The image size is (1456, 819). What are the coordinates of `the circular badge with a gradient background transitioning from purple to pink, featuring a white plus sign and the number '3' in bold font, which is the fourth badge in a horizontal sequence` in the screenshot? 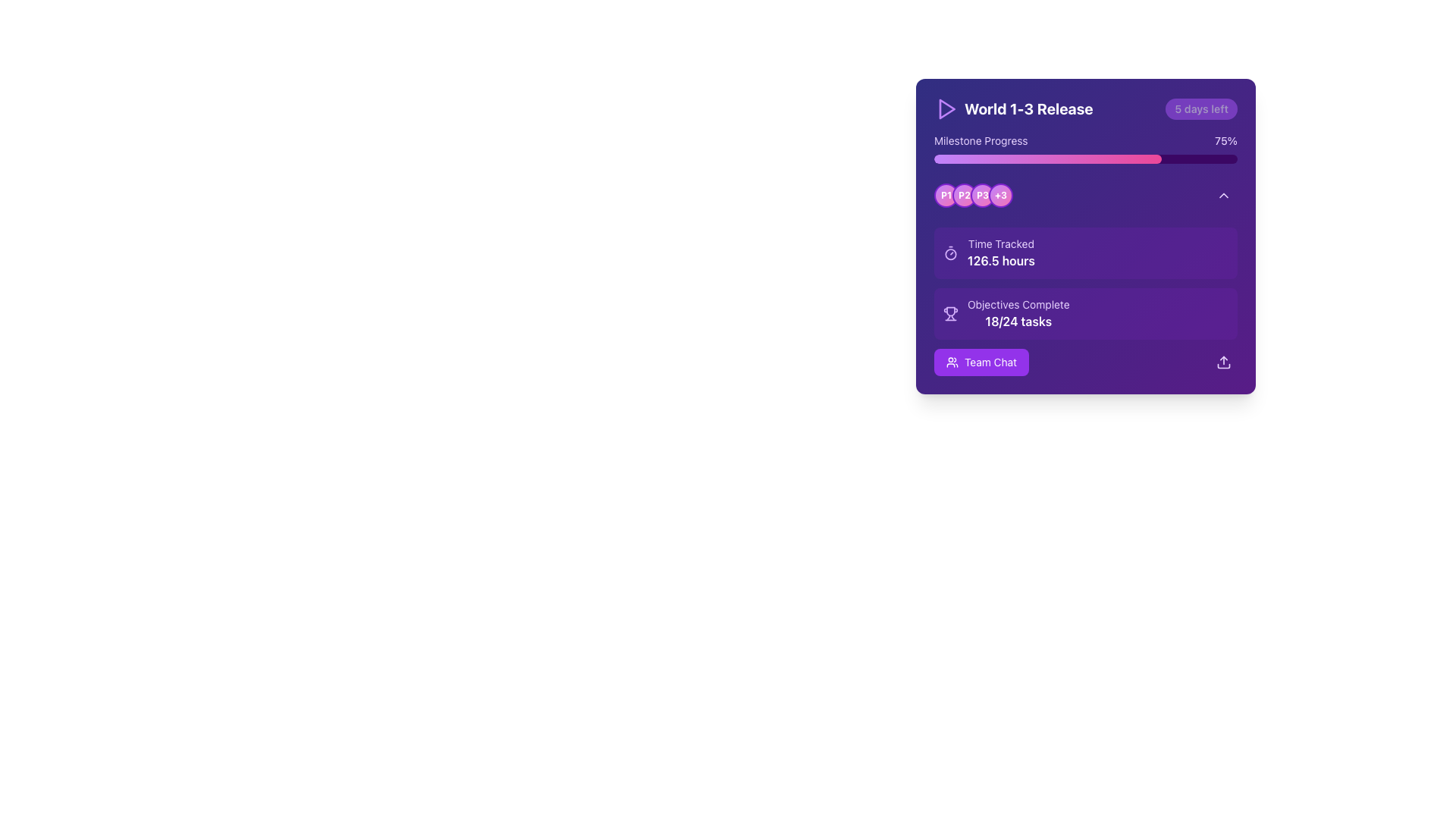 It's located at (1001, 195).